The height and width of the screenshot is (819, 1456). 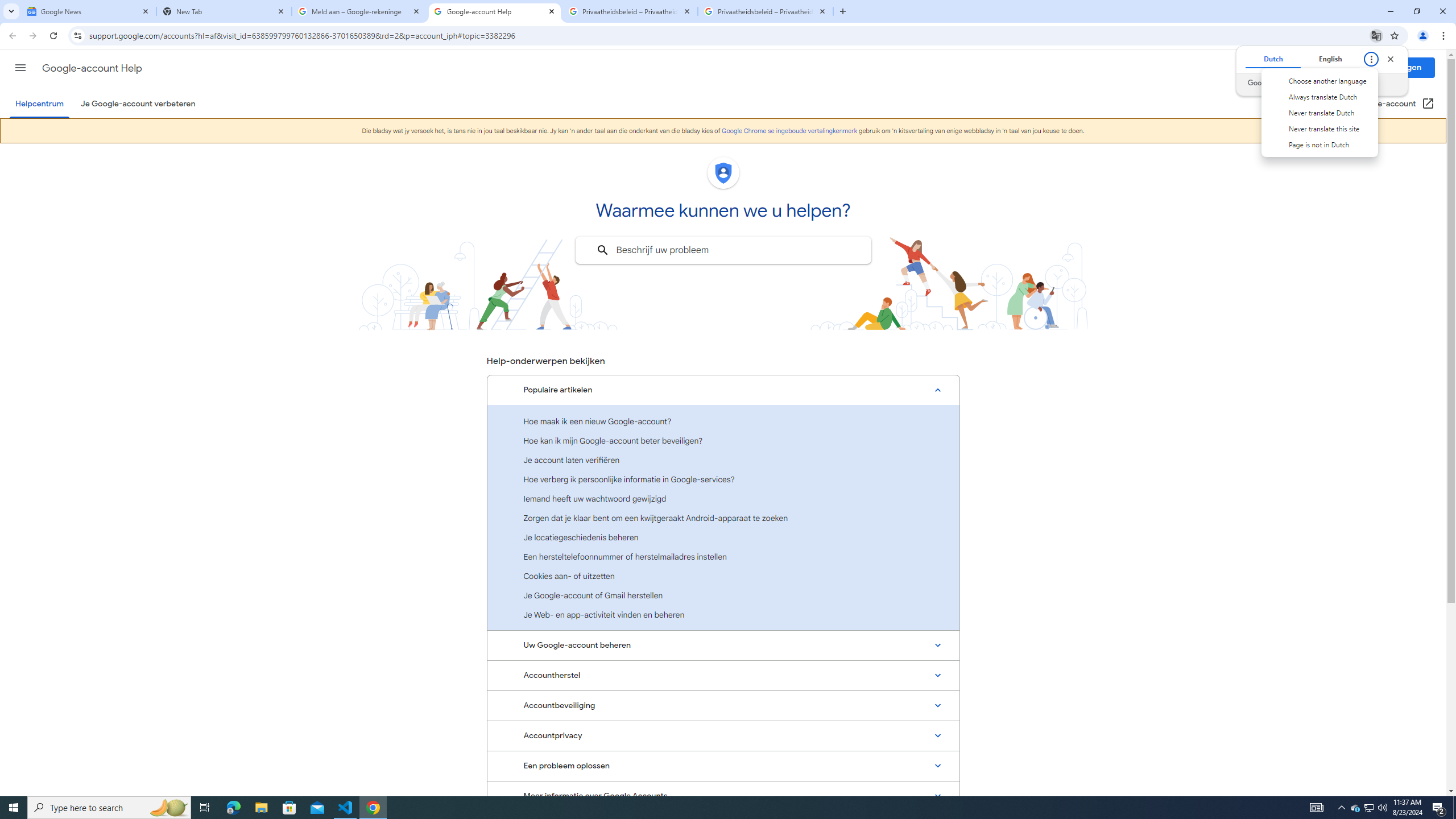 I want to click on 'Populaire artikelen, Uitgevouwen lijst met 11 items', so click(x=723, y=390).